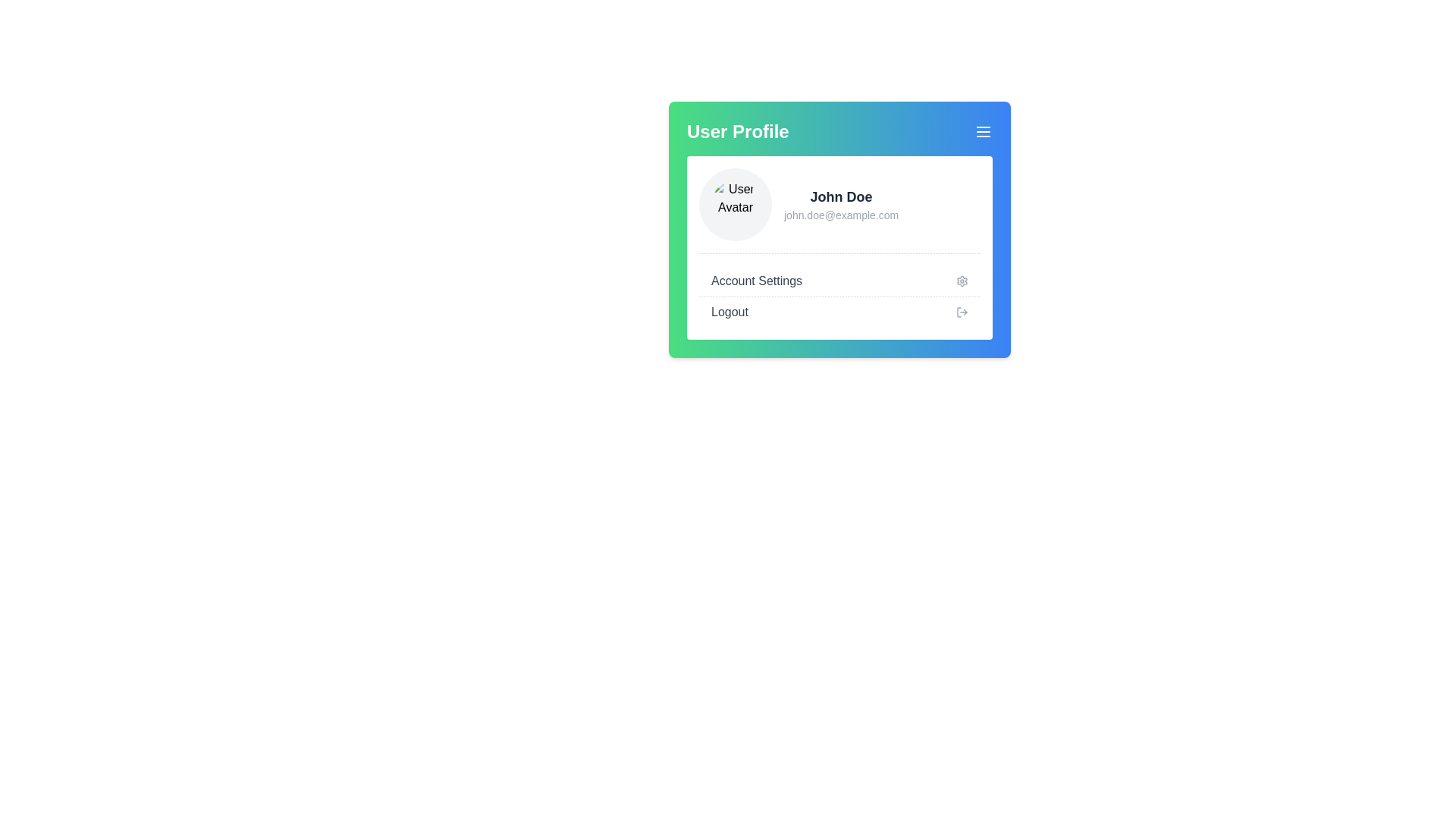 Image resolution: width=1456 pixels, height=819 pixels. Describe the element at coordinates (961, 281) in the screenshot. I see `the settings icon located to the far right of the 'Account Settings' row in the user profile dropdown` at that location.